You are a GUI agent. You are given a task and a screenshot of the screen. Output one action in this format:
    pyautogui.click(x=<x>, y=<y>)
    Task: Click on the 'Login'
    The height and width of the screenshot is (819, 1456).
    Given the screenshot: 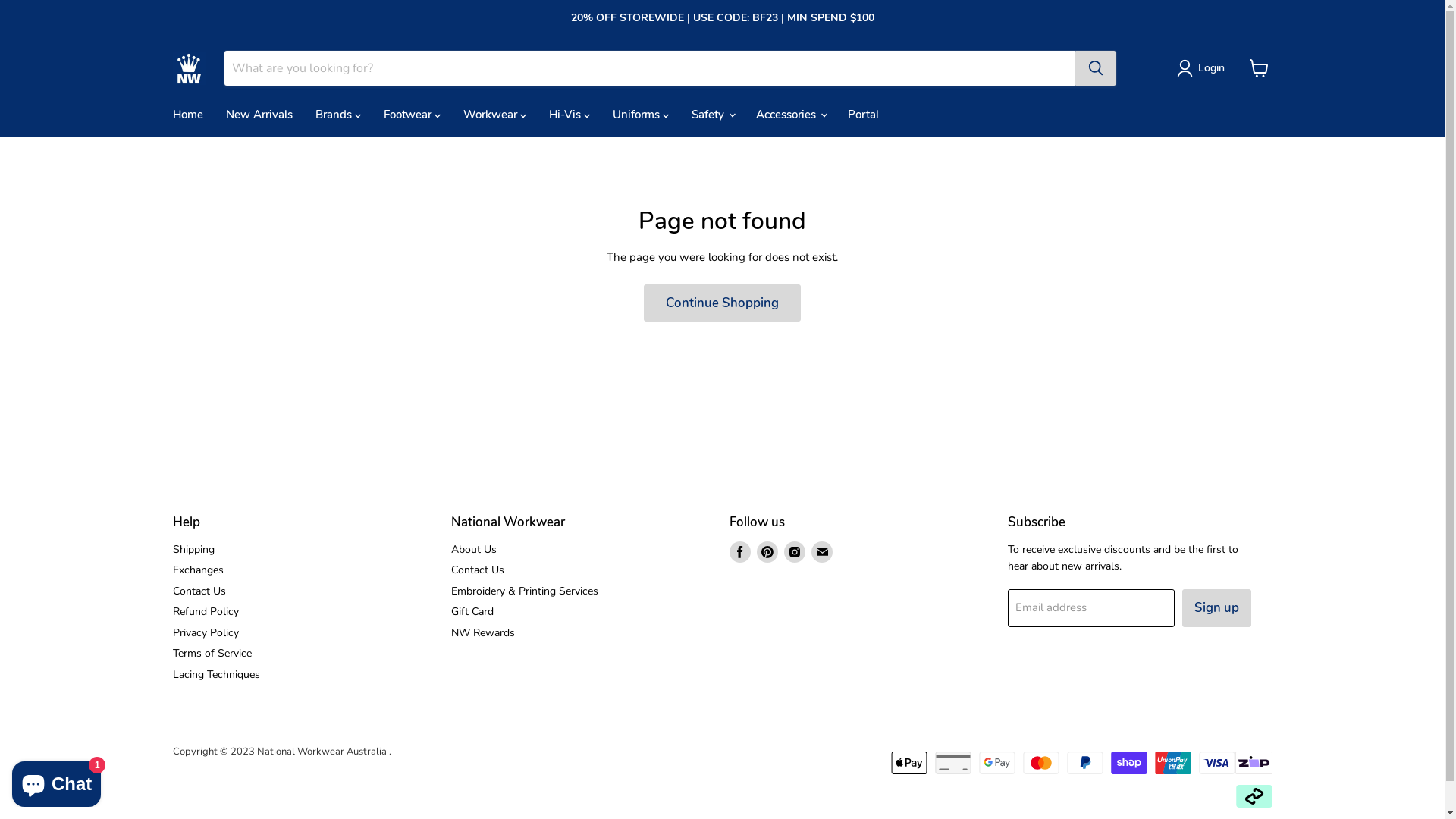 What is the action you would take?
    pyautogui.click(x=1210, y=67)
    